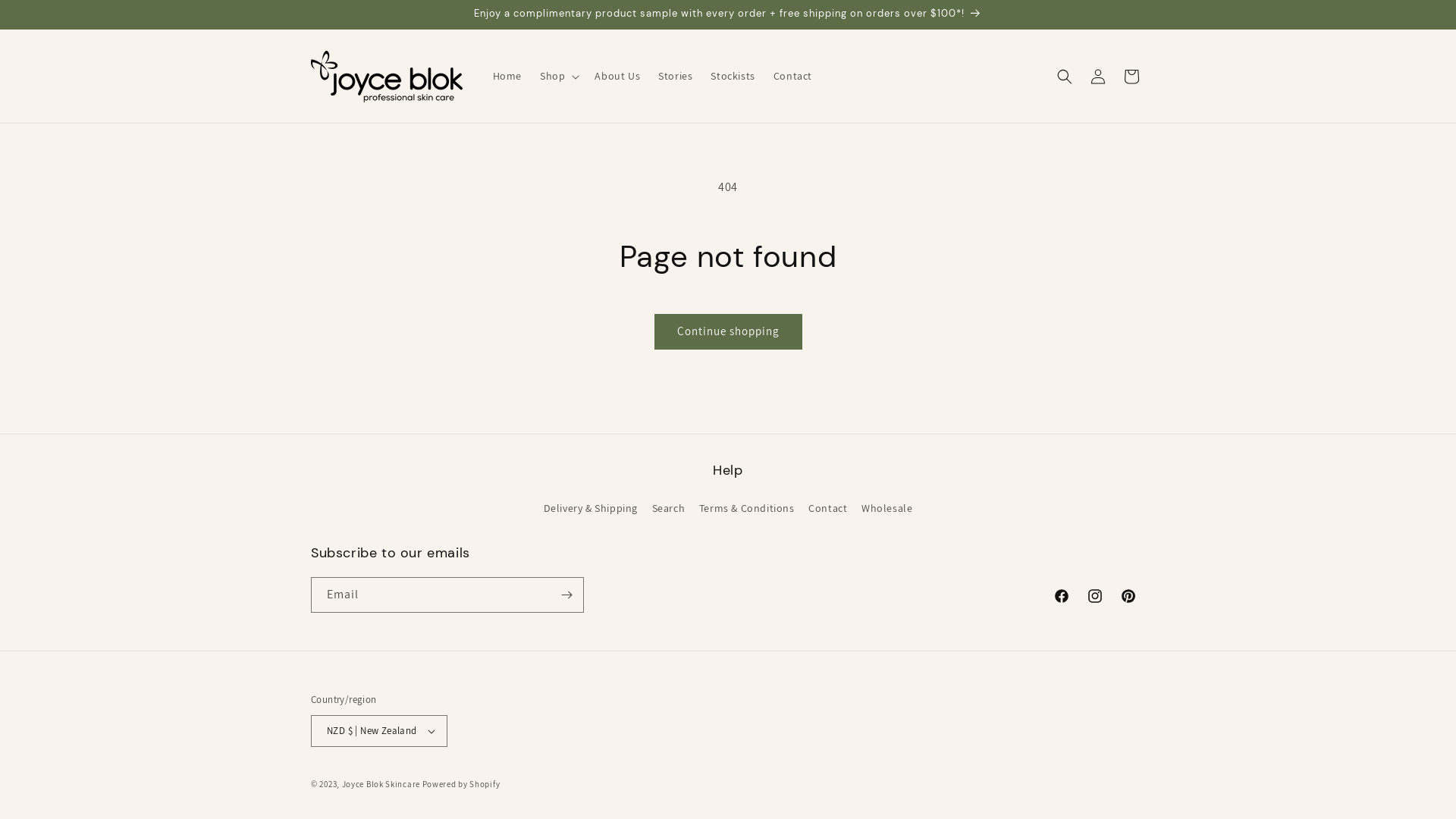  What do you see at coordinates (381, 783) in the screenshot?
I see `'Joyce Blok Skincare'` at bounding box center [381, 783].